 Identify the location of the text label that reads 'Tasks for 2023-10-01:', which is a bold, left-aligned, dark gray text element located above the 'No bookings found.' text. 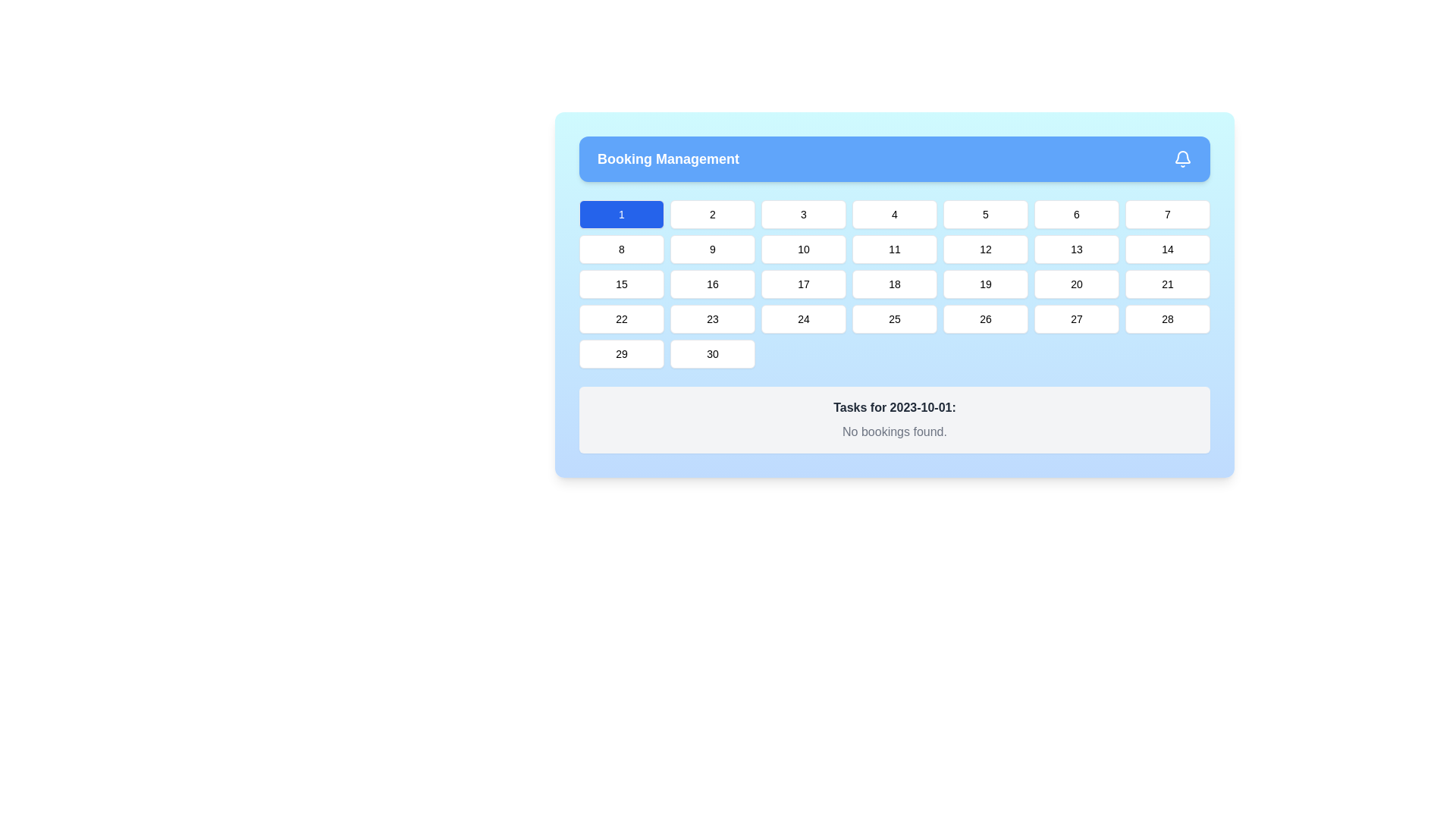
(895, 406).